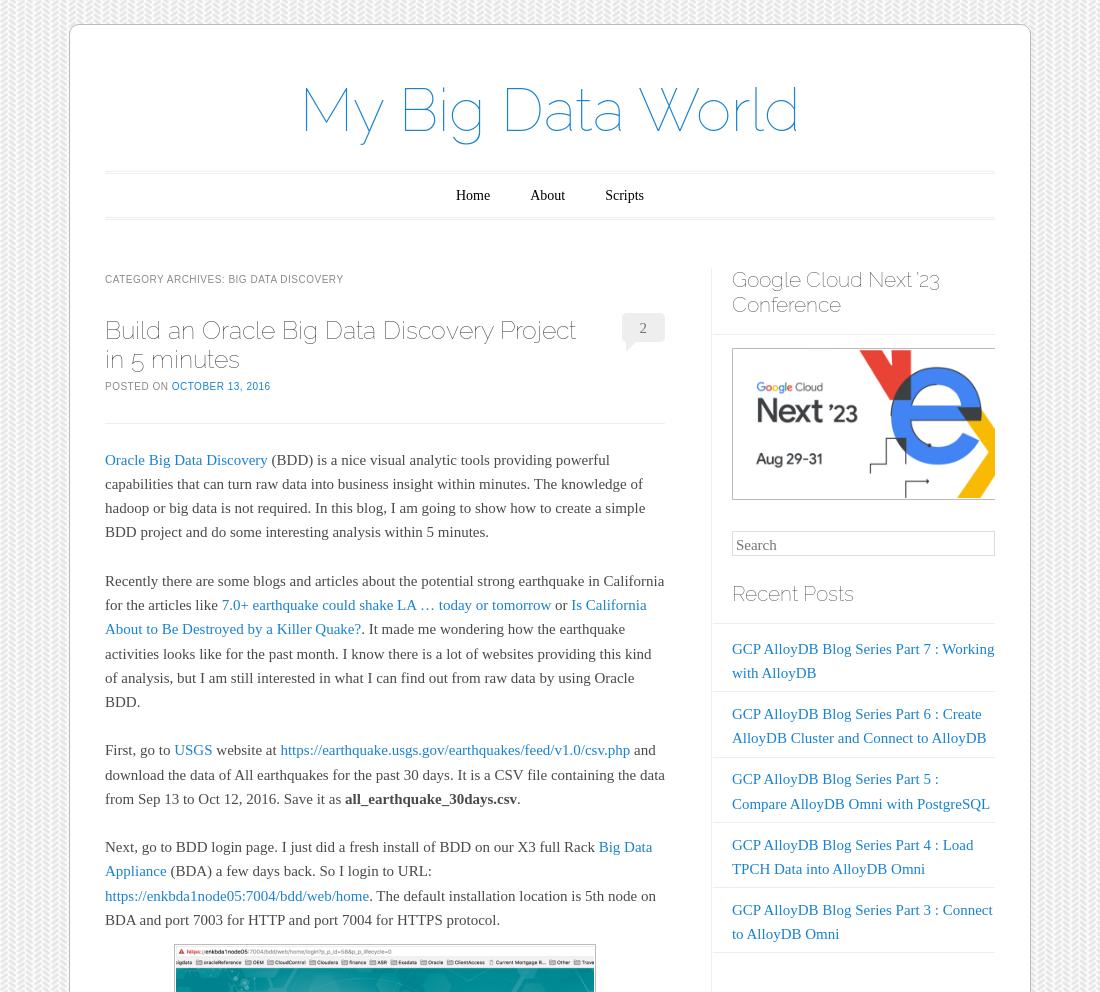  I want to click on 'GCP AlloyDB Blog Series Part 3 : Connect to AlloyDB Omni', so click(860, 919).